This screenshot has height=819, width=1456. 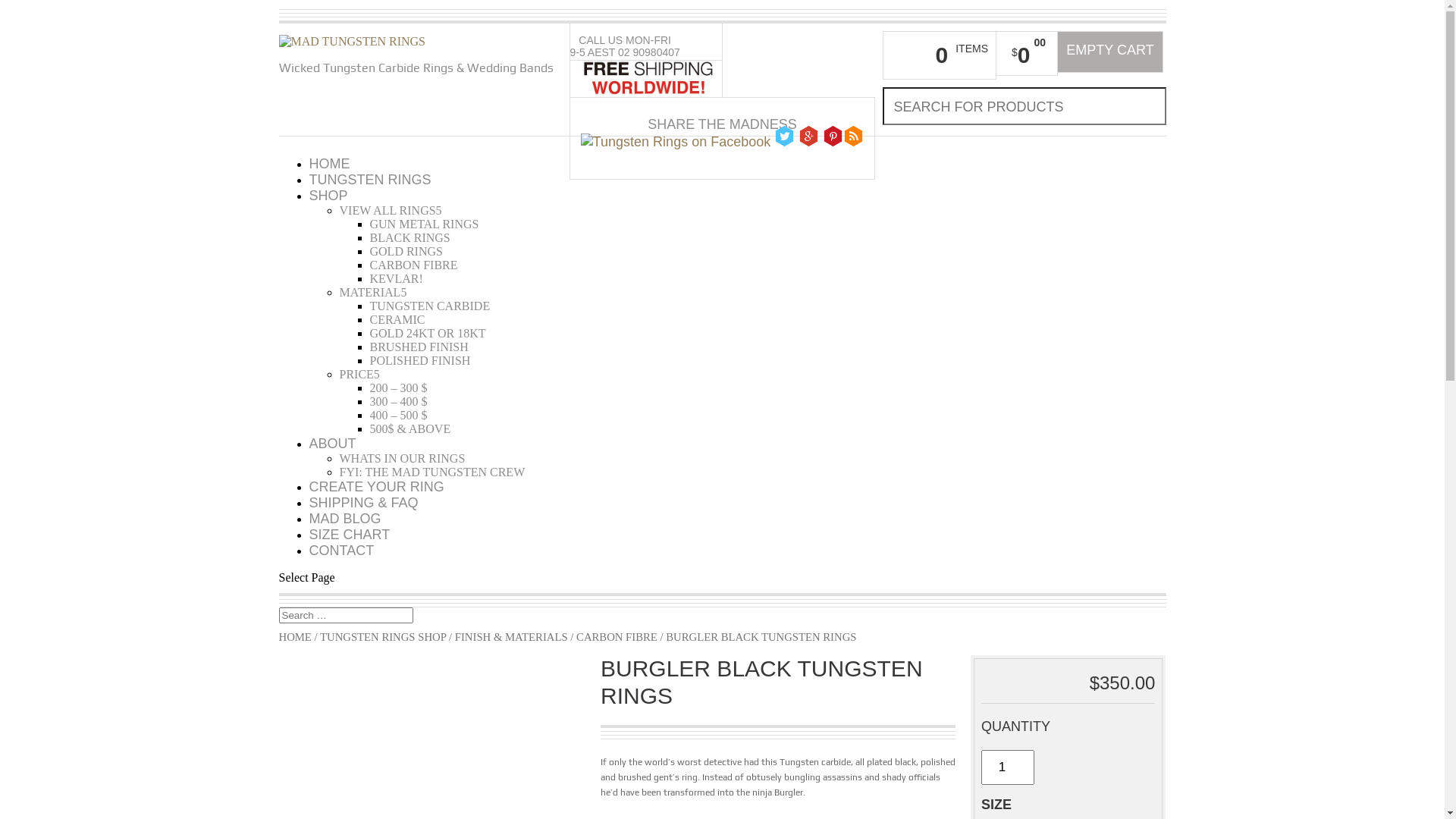 What do you see at coordinates (410, 428) in the screenshot?
I see `'500$ & ABOVE'` at bounding box center [410, 428].